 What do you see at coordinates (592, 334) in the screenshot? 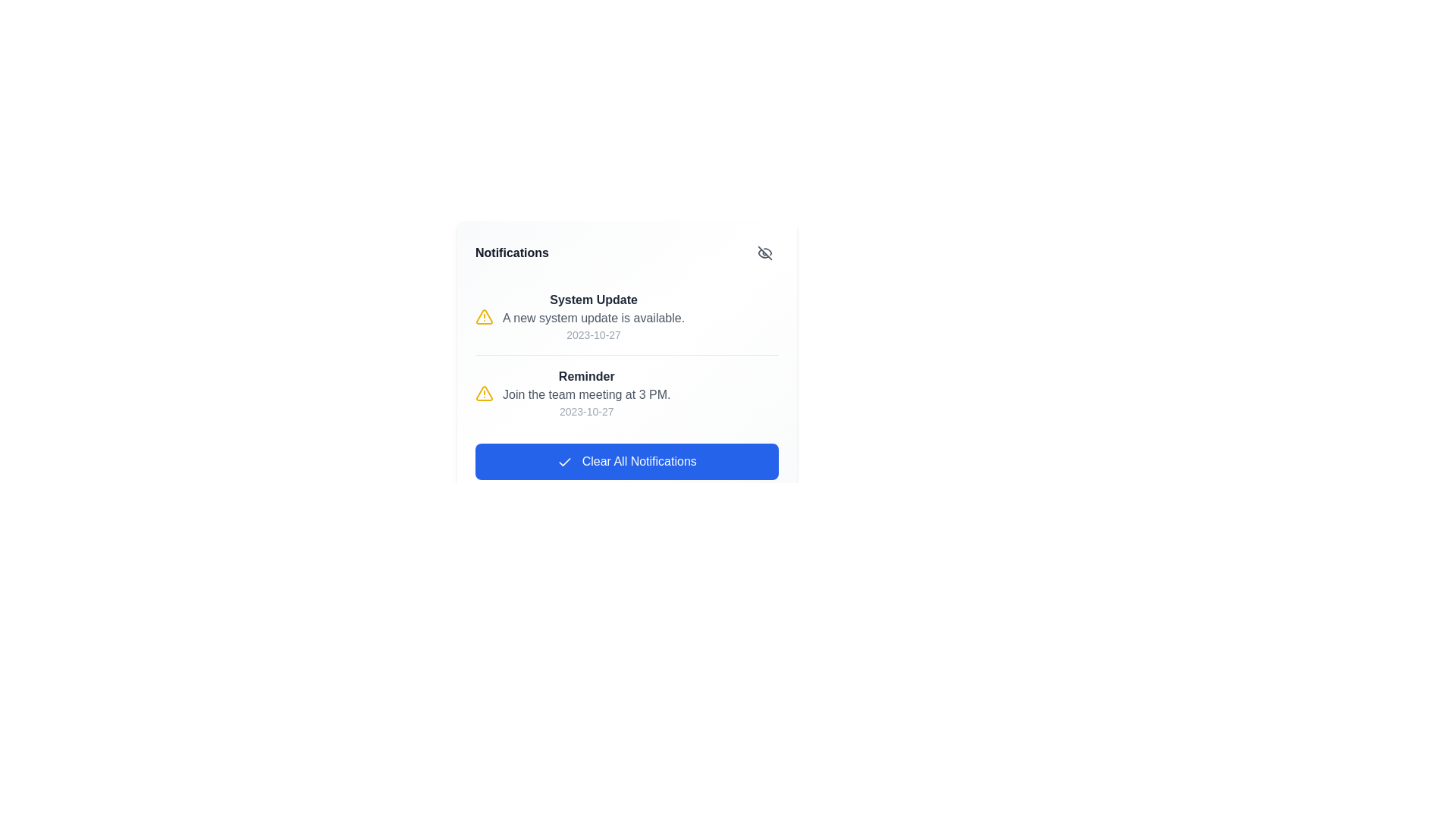
I see `the Text label that displays the date associated with the 'System Update' notification, which is centrally aligned beneath the description text in the notification box` at bounding box center [592, 334].